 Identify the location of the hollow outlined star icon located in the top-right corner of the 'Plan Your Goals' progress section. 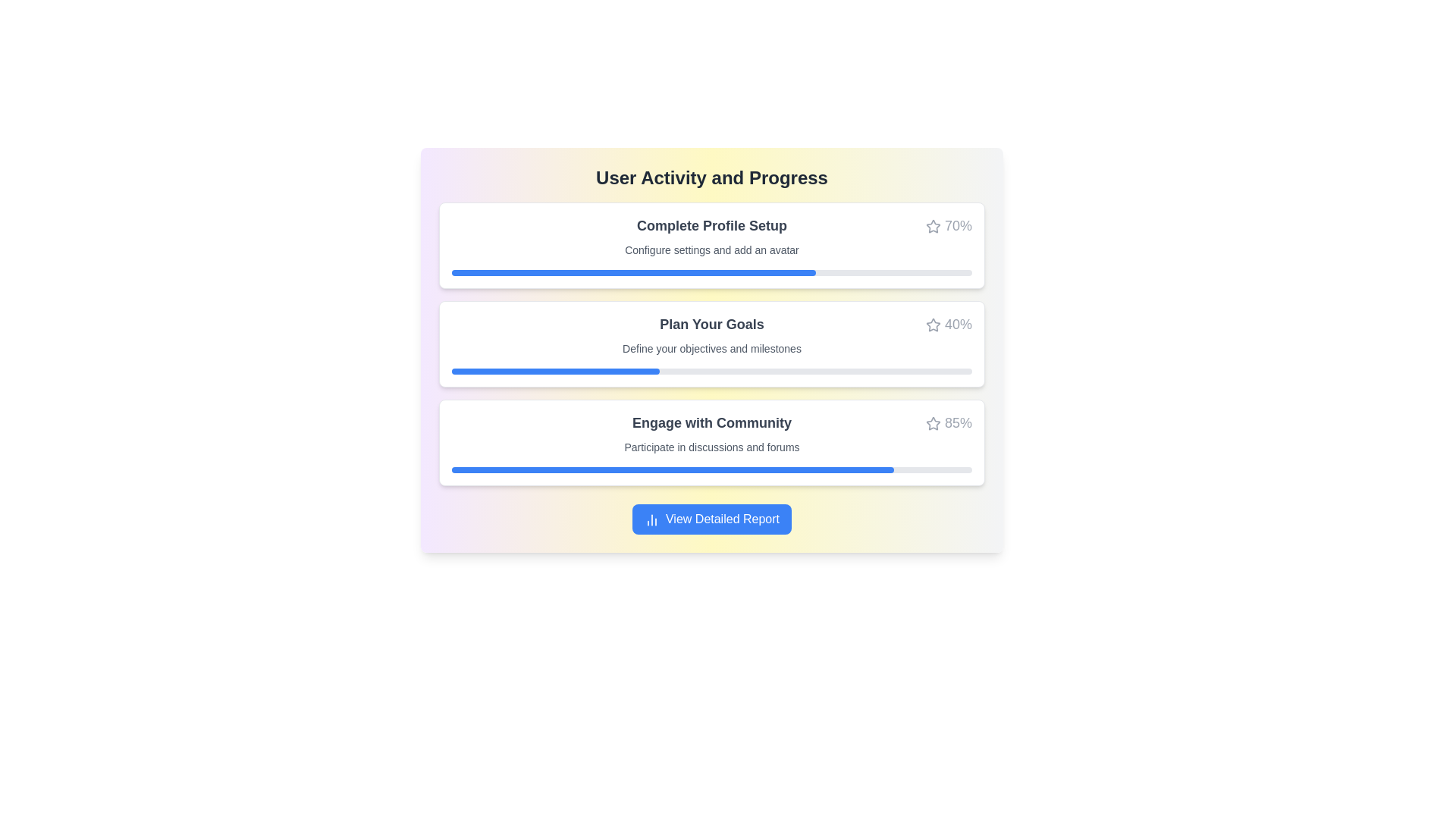
(932, 325).